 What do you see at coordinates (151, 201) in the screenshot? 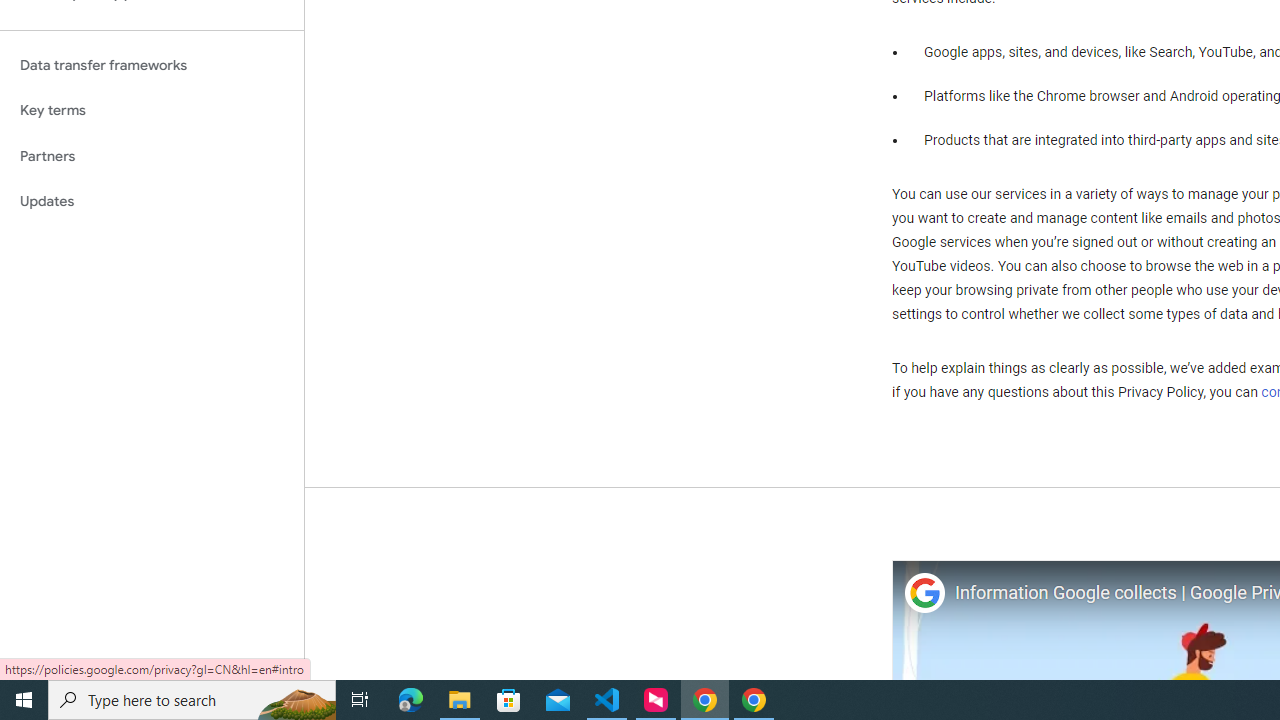
I see `'Updates'` at bounding box center [151, 201].